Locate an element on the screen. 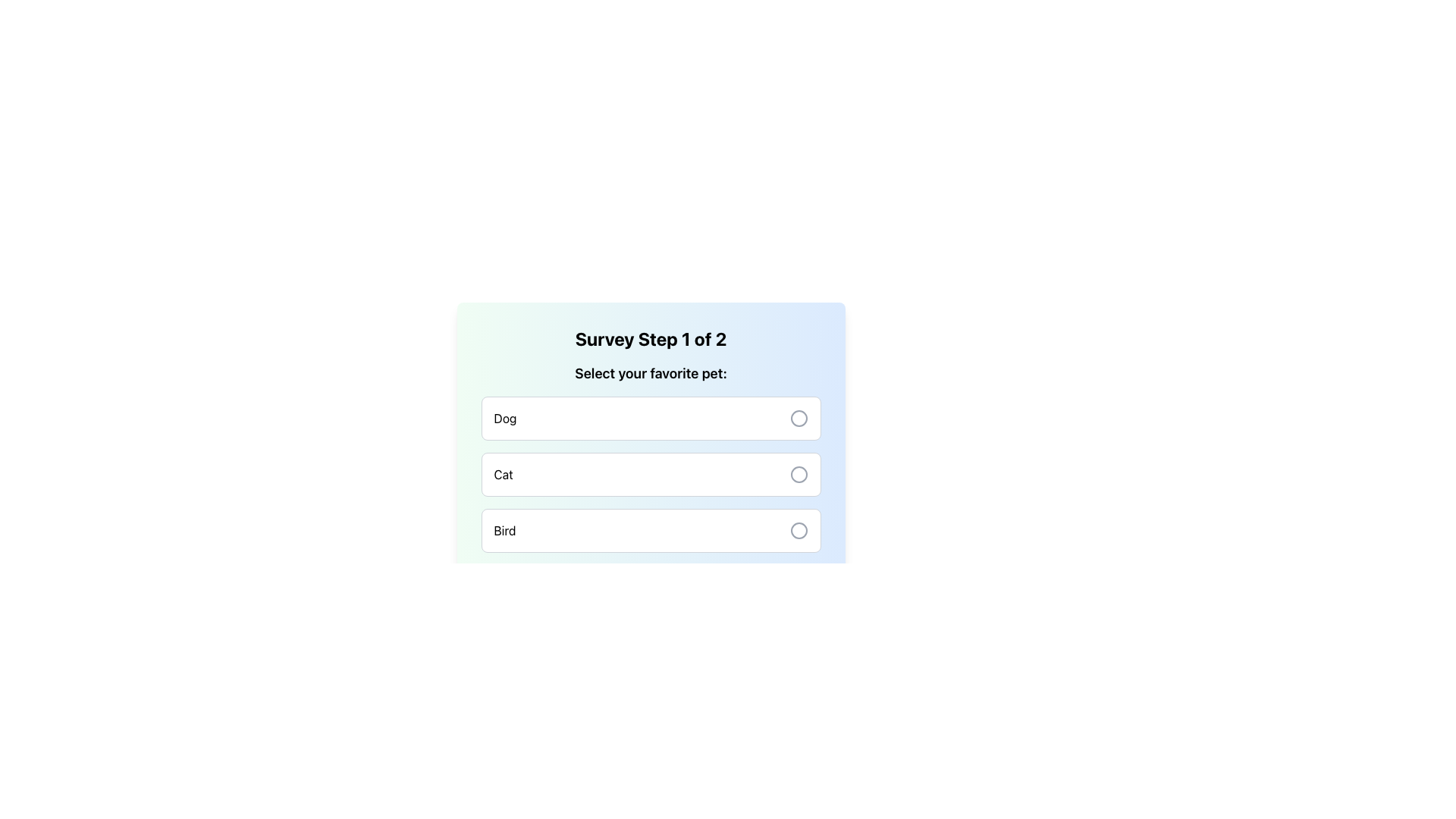  the Header text element that indicates the current step of the survey process, located at the top section of the survey form card is located at coordinates (651, 338).